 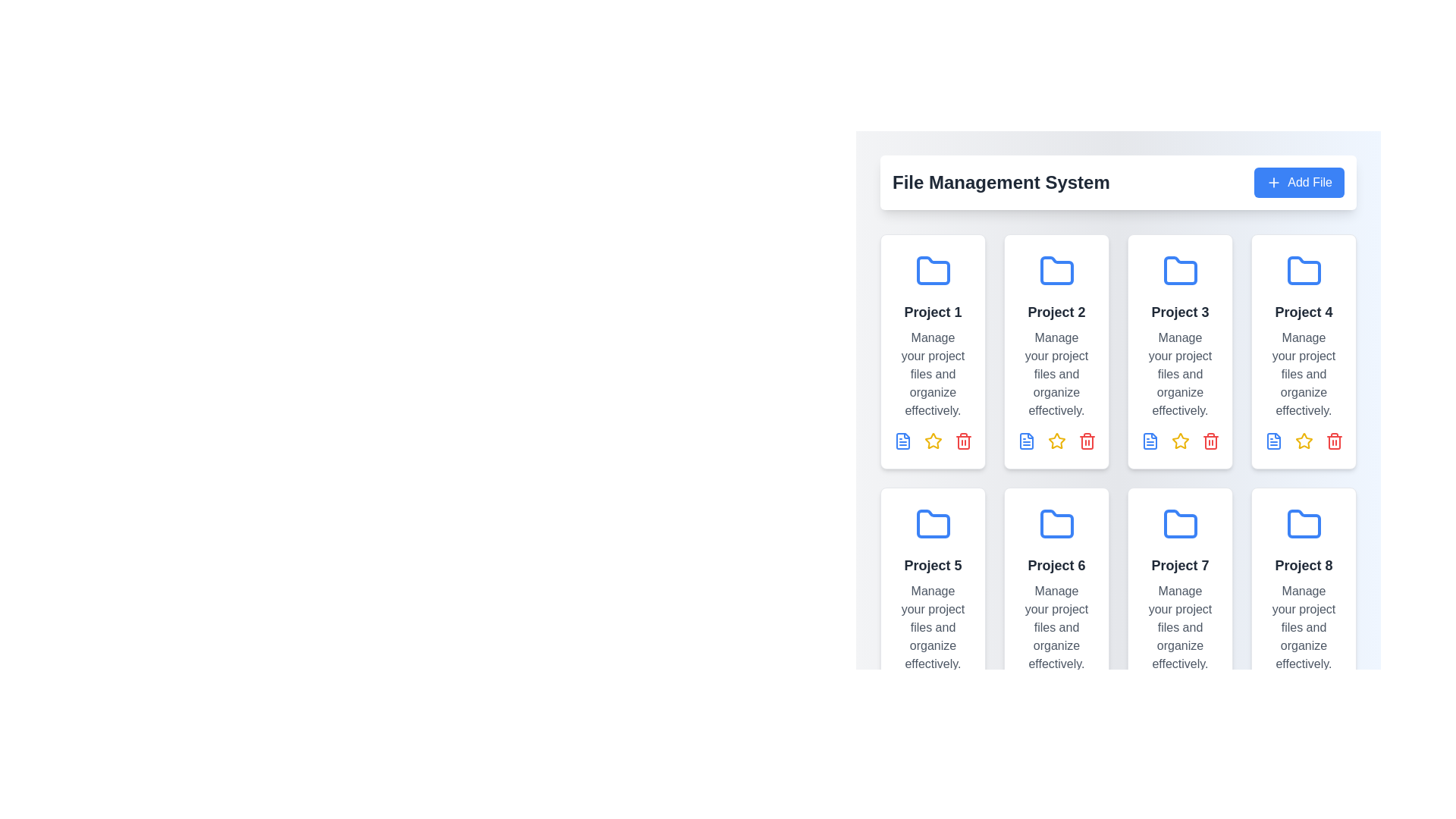 What do you see at coordinates (1179, 312) in the screenshot?
I see `the text label representing the title of the third project card in the first row` at bounding box center [1179, 312].